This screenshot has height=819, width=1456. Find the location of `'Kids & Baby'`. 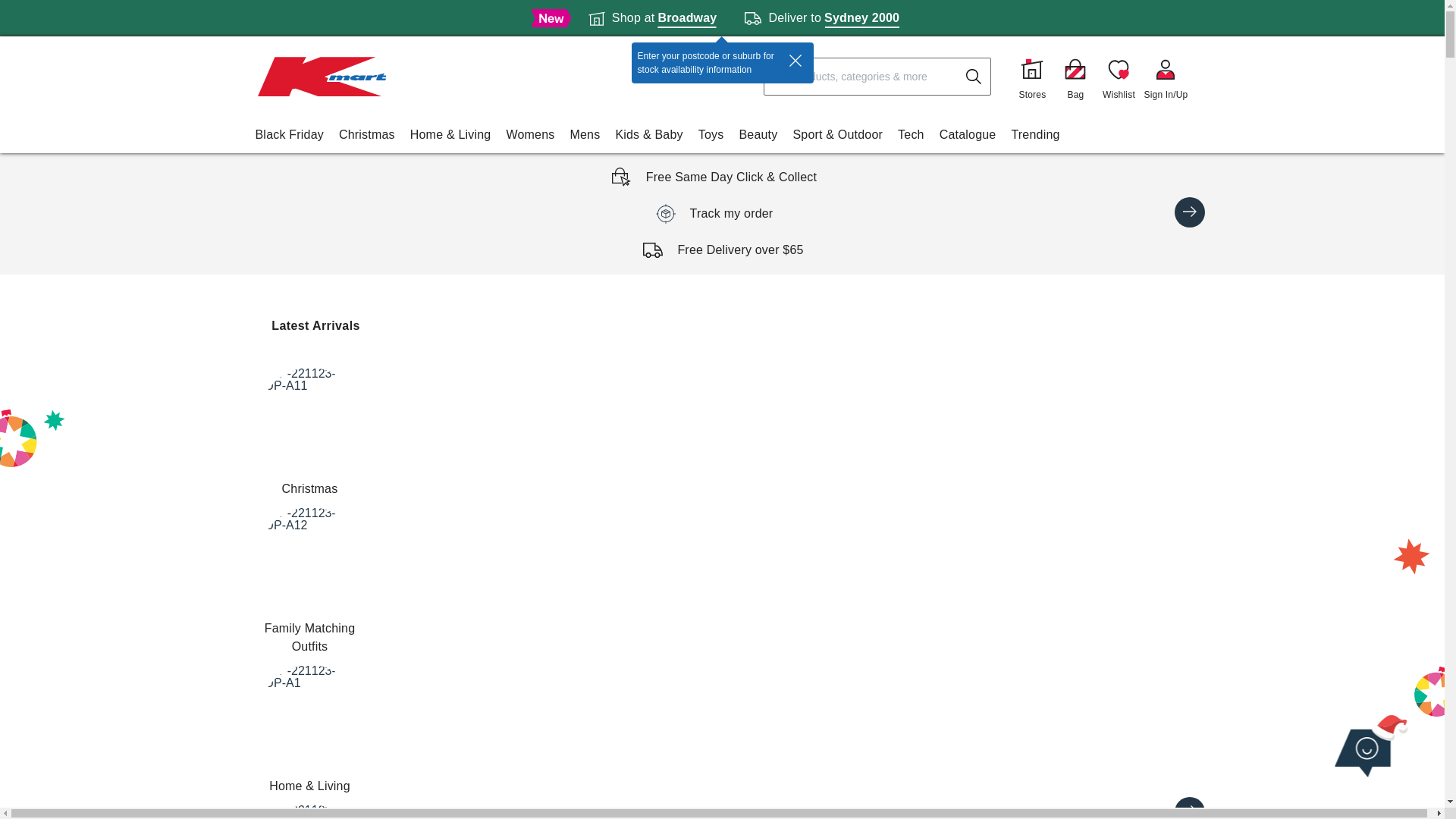

'Kids & Baby' is located at coordinates (648, 133).